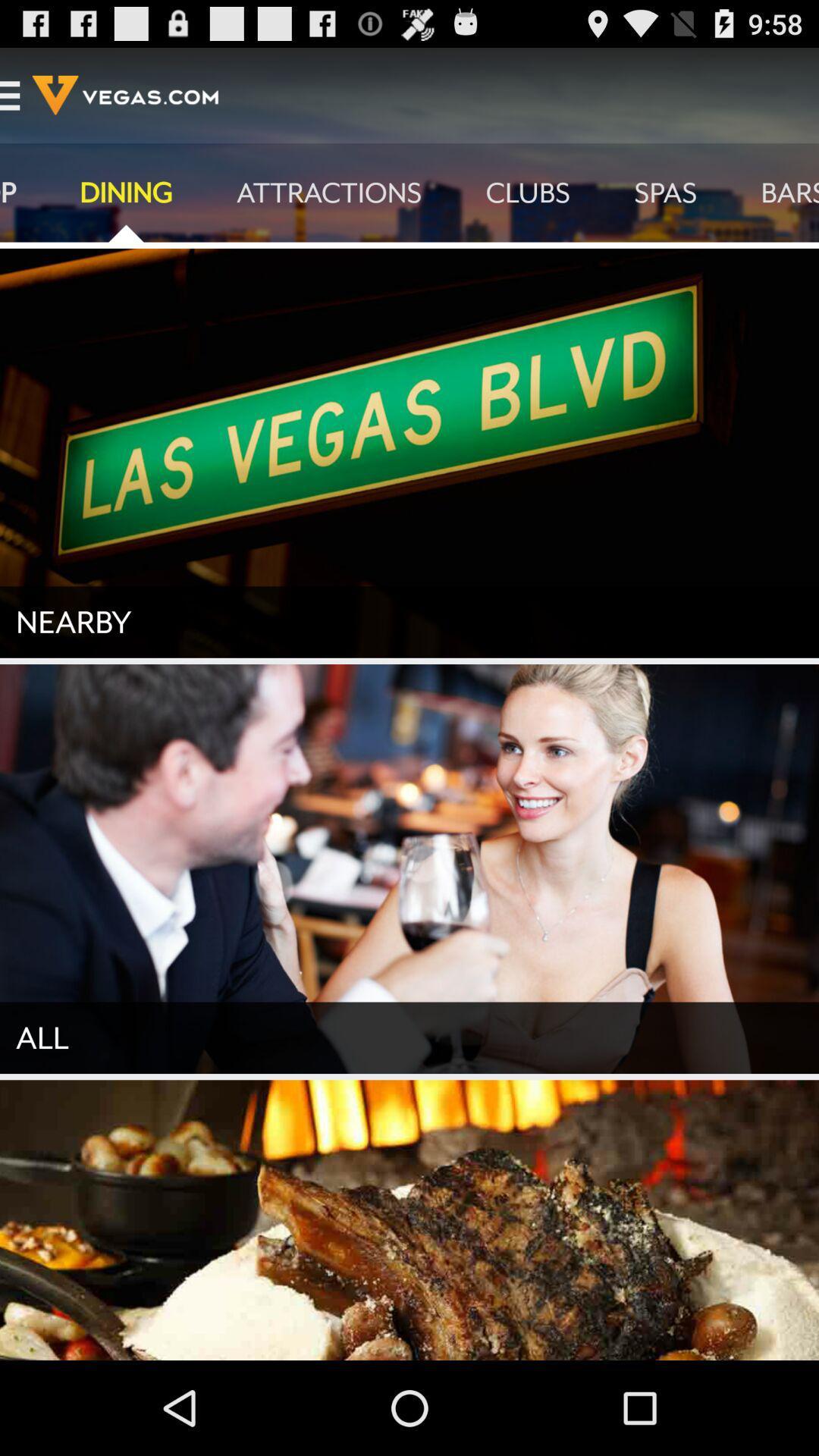  Describe the element at coordinates (124, 94) in the screenshot. I see `the text vegascom` at that location.